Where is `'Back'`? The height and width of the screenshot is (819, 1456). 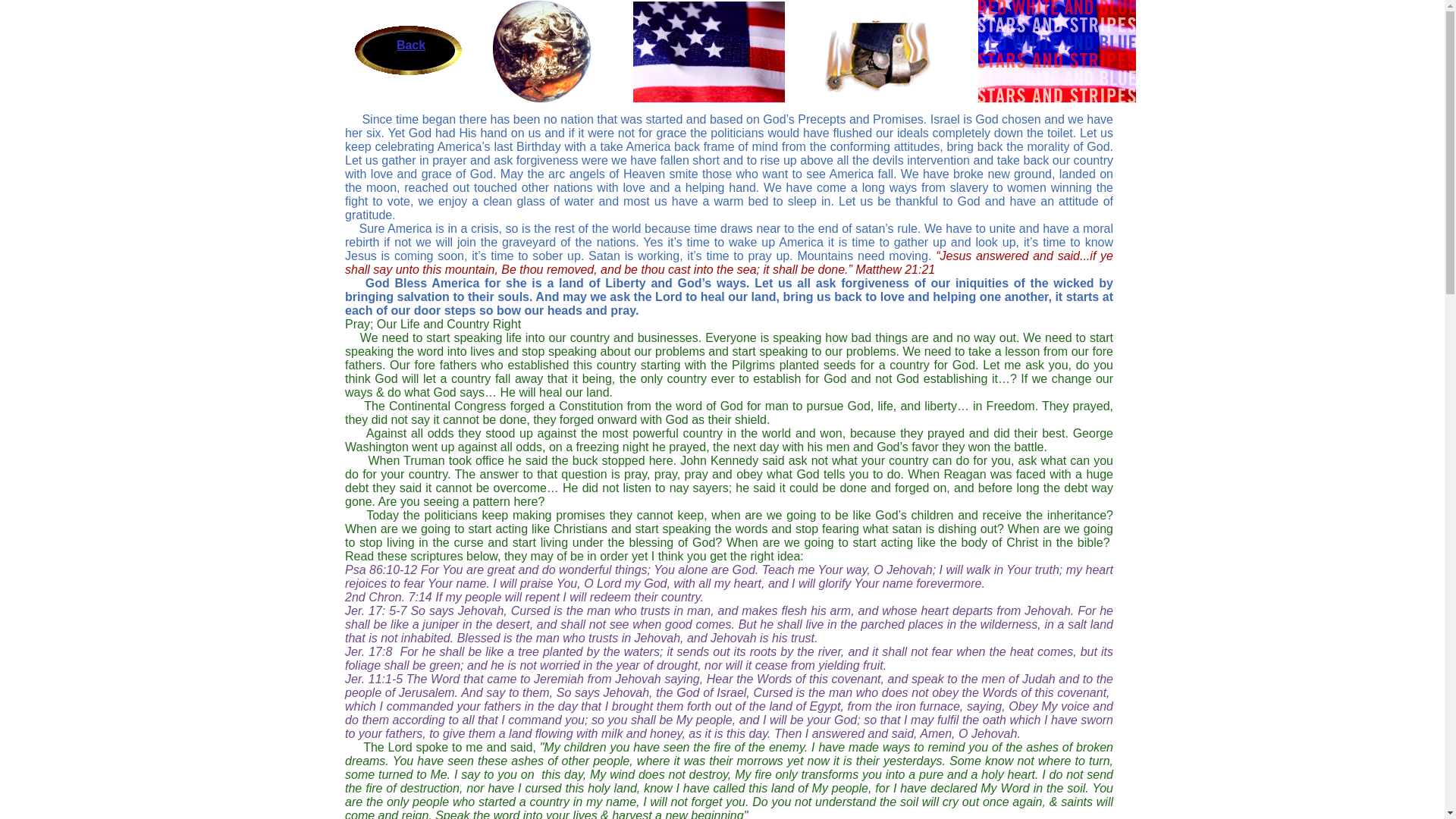
'Back' is located at coordinates (397, 44).